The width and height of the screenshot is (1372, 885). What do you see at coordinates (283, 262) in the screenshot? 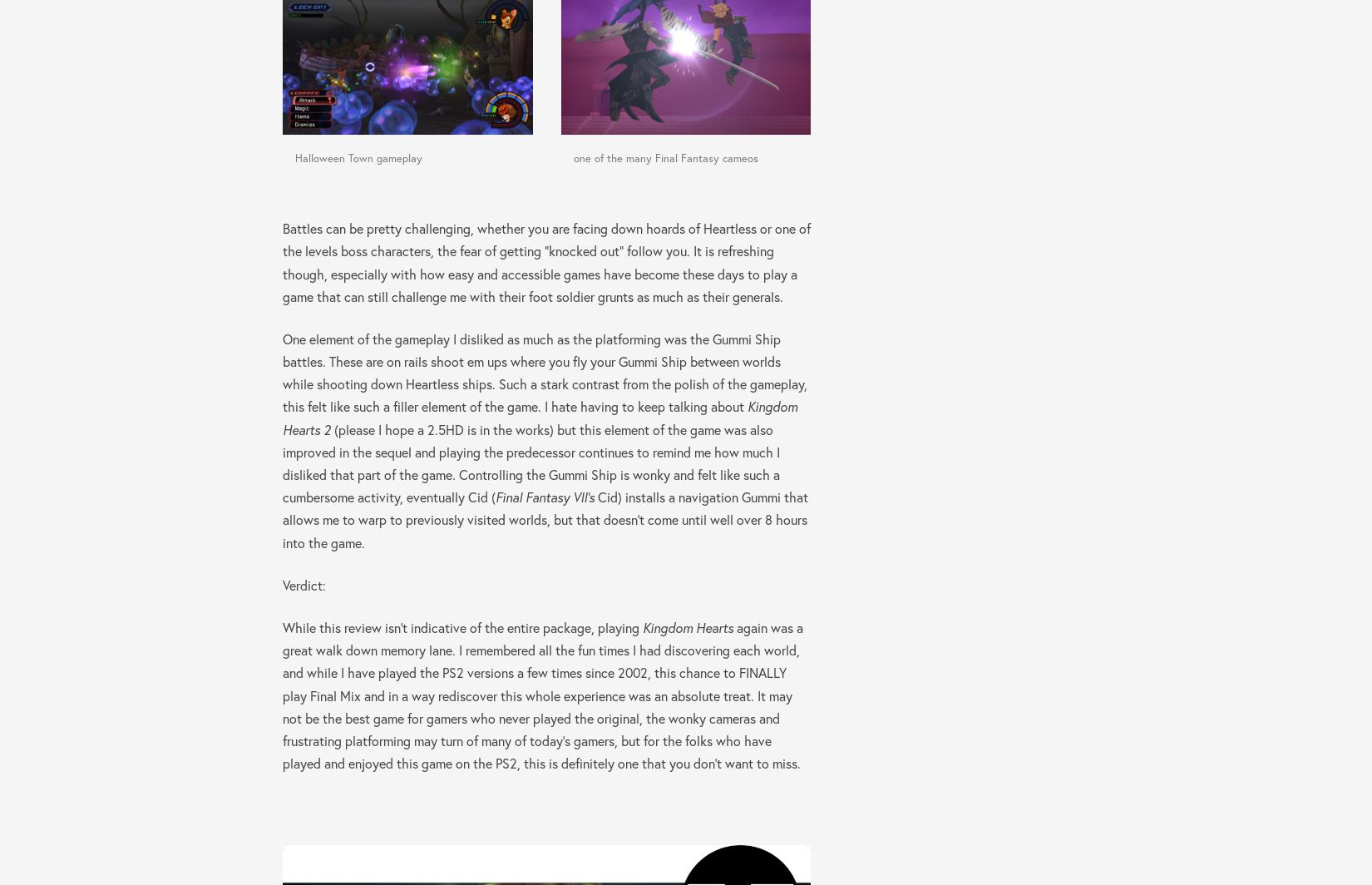
I see `'Battles can be pretty challenging,
whether you are facing down hoards of Heartless or one of the levels boss
characters, the fear of getting “knocked out” follow you. It is refreshing
though, especially with how easy and accessible games have become these days to
play a game that can still challenge me with their foot soldier grunts as much
as their generals.'` at bounding box center [283, 262].